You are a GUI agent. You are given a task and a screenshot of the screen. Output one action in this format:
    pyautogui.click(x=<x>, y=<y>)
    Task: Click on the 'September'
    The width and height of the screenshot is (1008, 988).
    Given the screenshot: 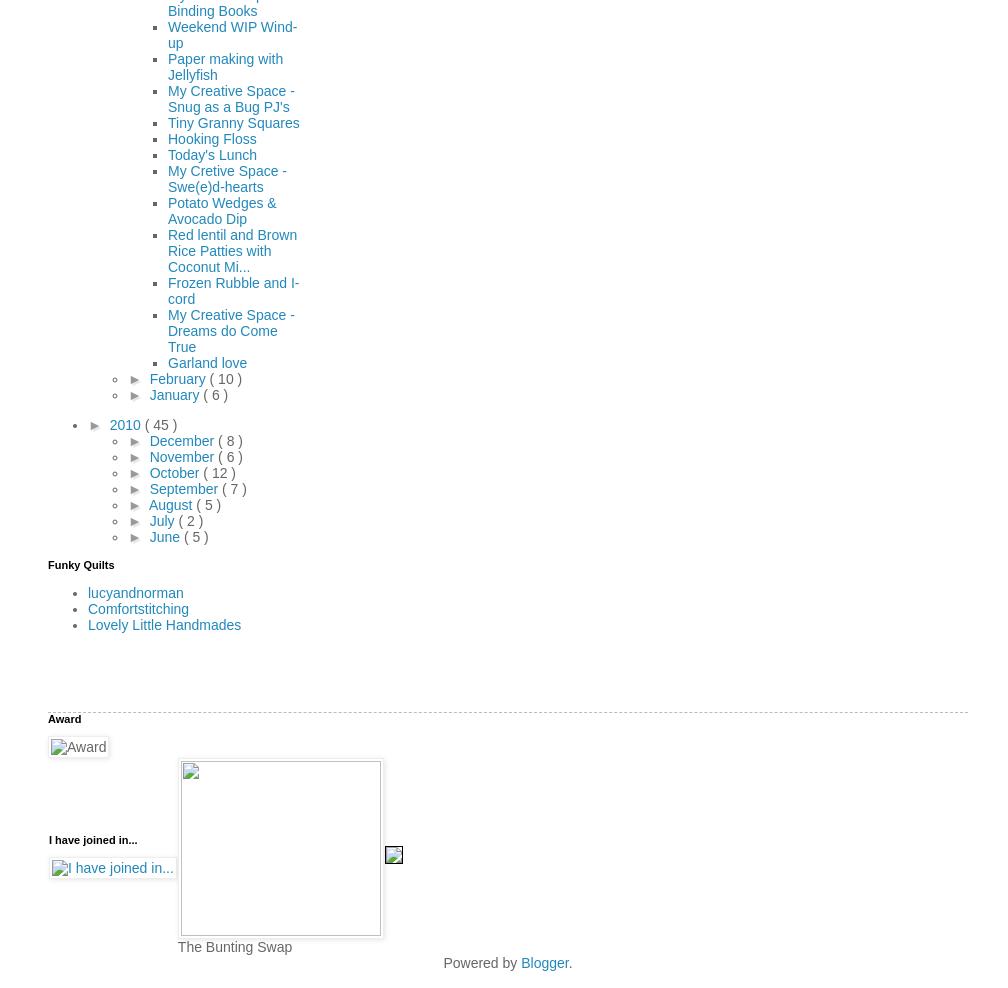 What is the action you would take?
    pyautogui.click(x=185, y=487)
    